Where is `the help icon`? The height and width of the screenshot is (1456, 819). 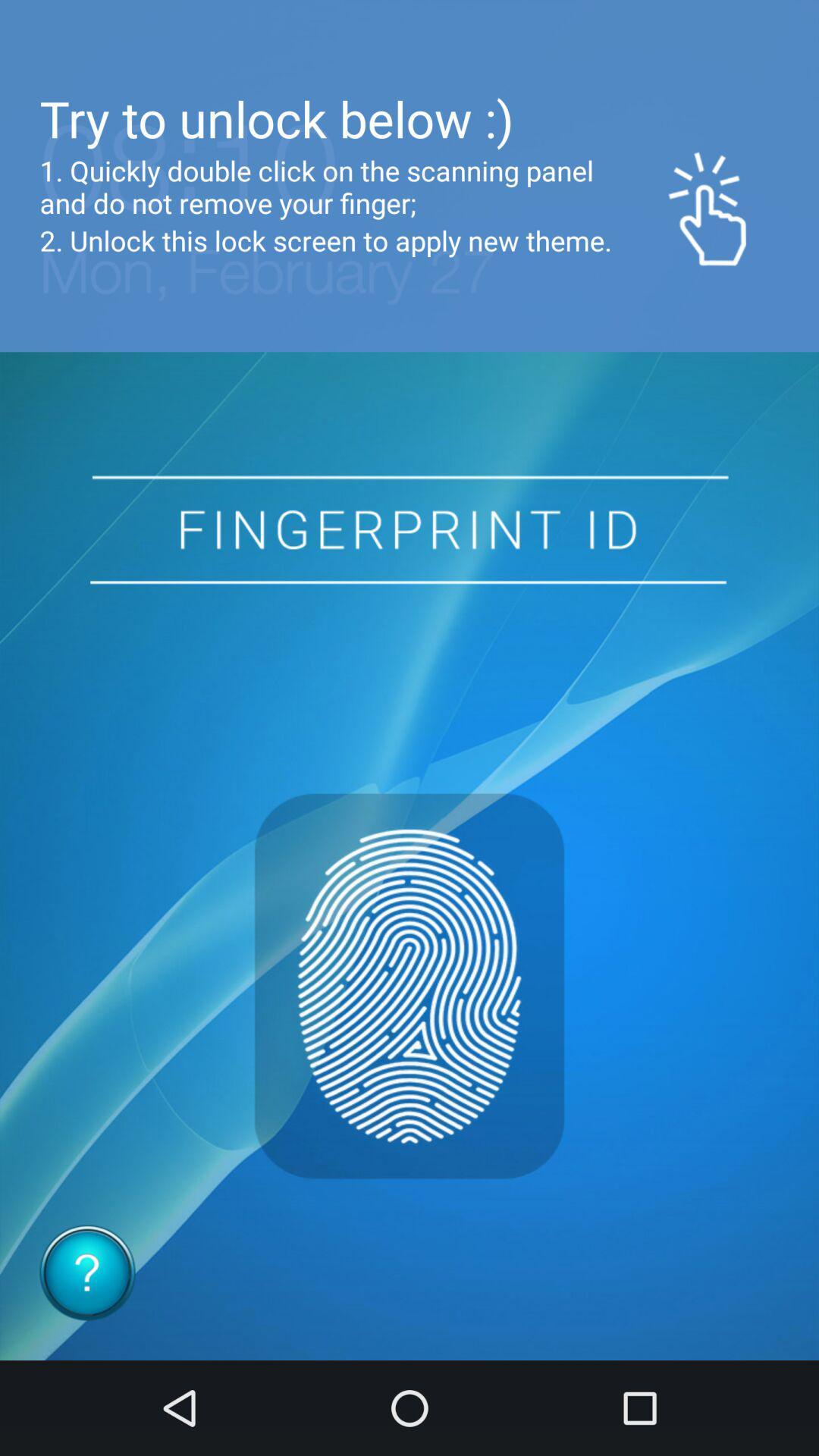
the help icon is located at coordinates (87, 1272).